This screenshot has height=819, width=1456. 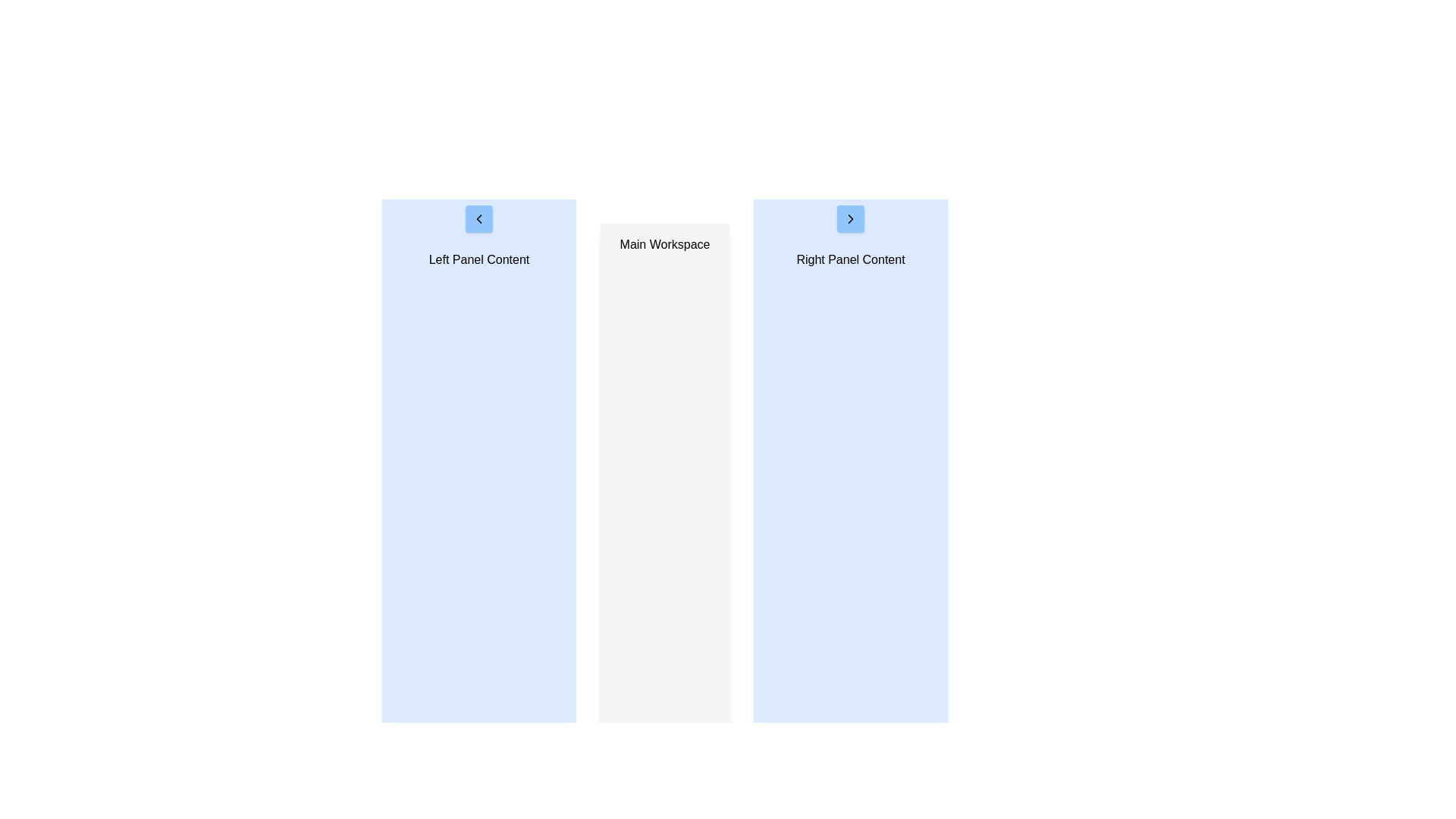 What do you see at coordinates (851, 219) in the screenshot?
I see `the navigational icon located in the upper section of the right panel, which is part of a blue background element` at bounding box center [851, 219].